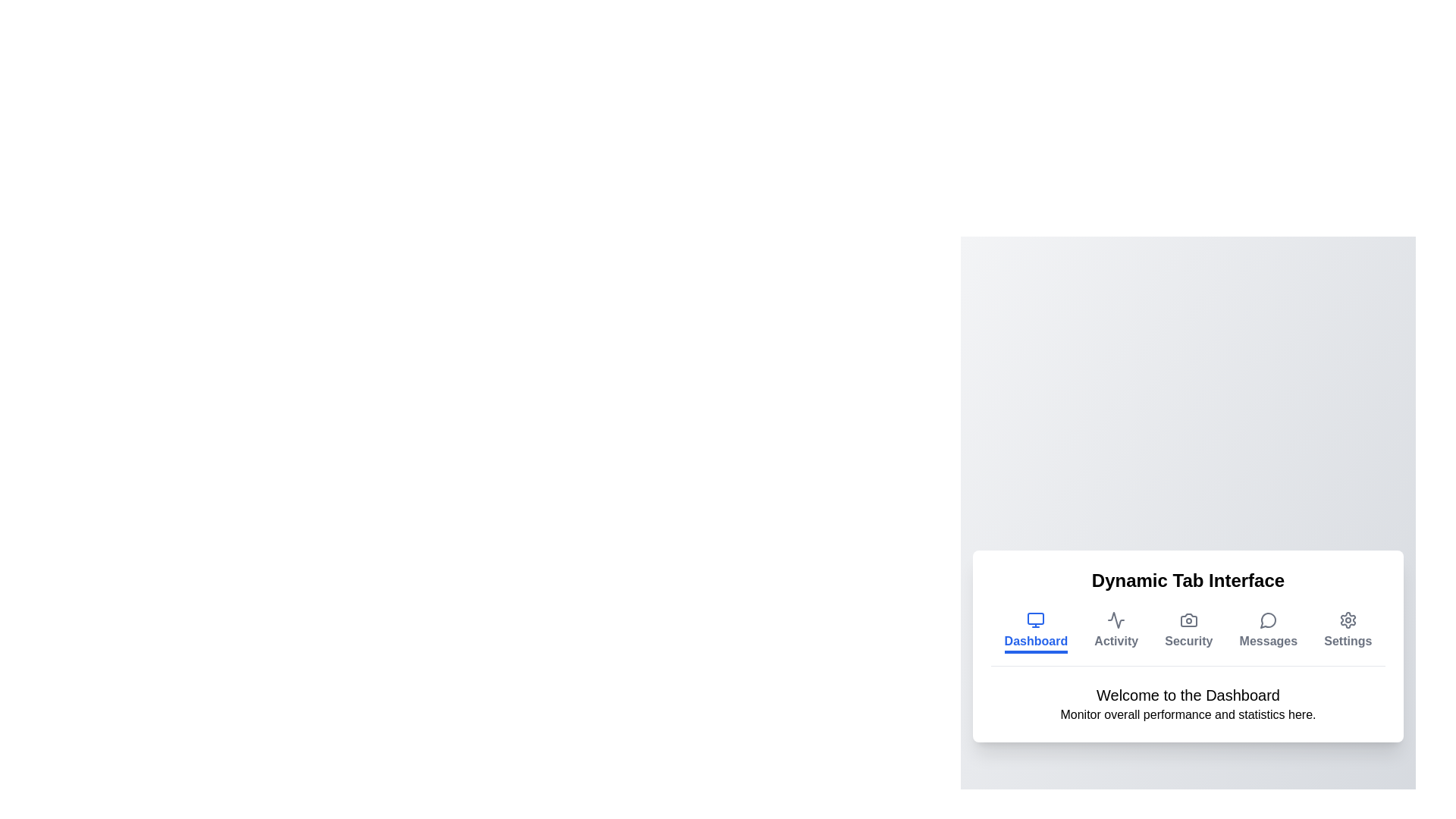 Image resolution: width=1456 pixels, height=819 pixels. Describe the element at coordinates (1116, 632) in the screenshot. I see `the Navigation Tab` at that location.